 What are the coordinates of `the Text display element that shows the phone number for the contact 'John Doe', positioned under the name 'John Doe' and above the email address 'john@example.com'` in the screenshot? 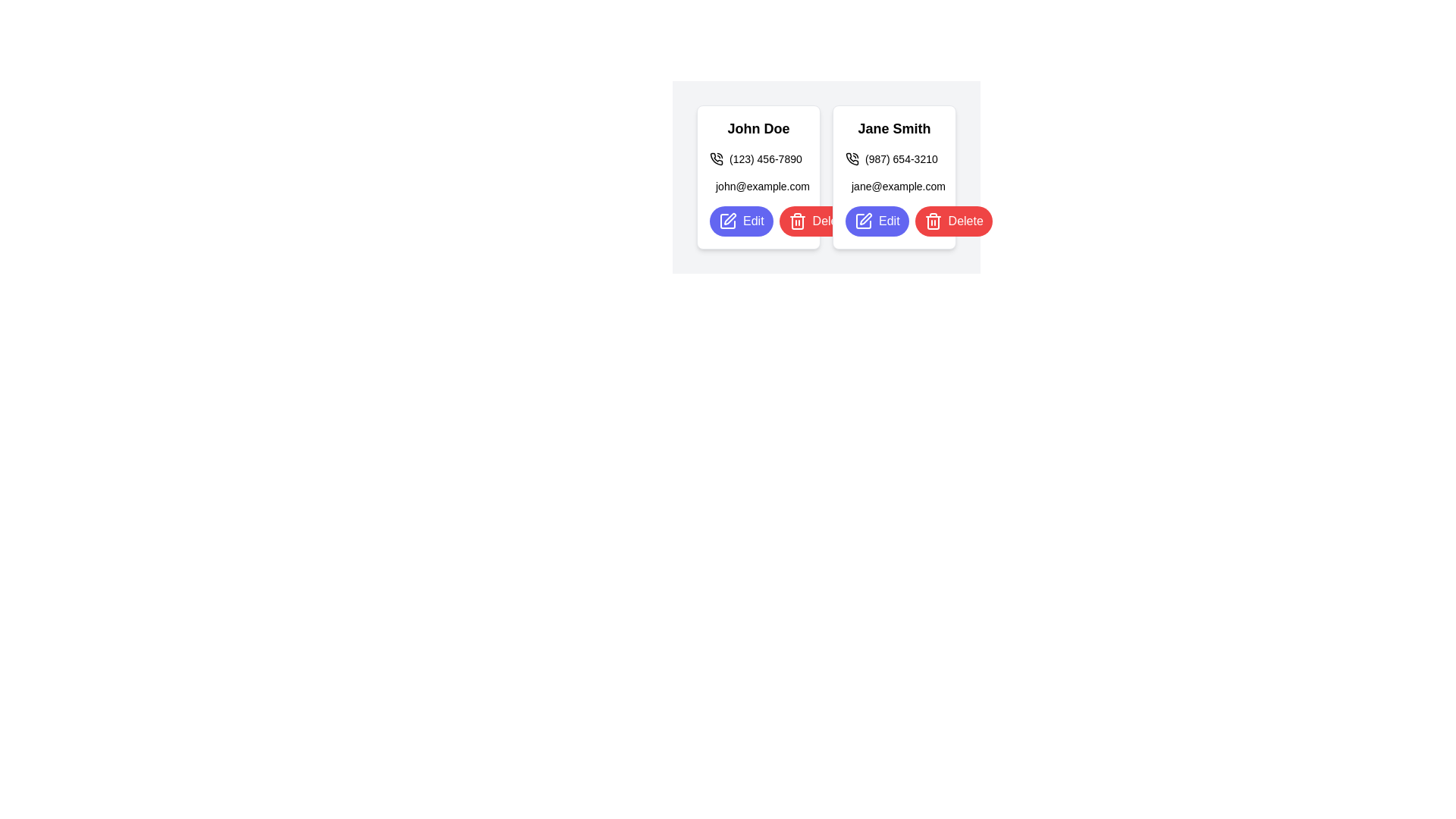 It's located at (758, 158).